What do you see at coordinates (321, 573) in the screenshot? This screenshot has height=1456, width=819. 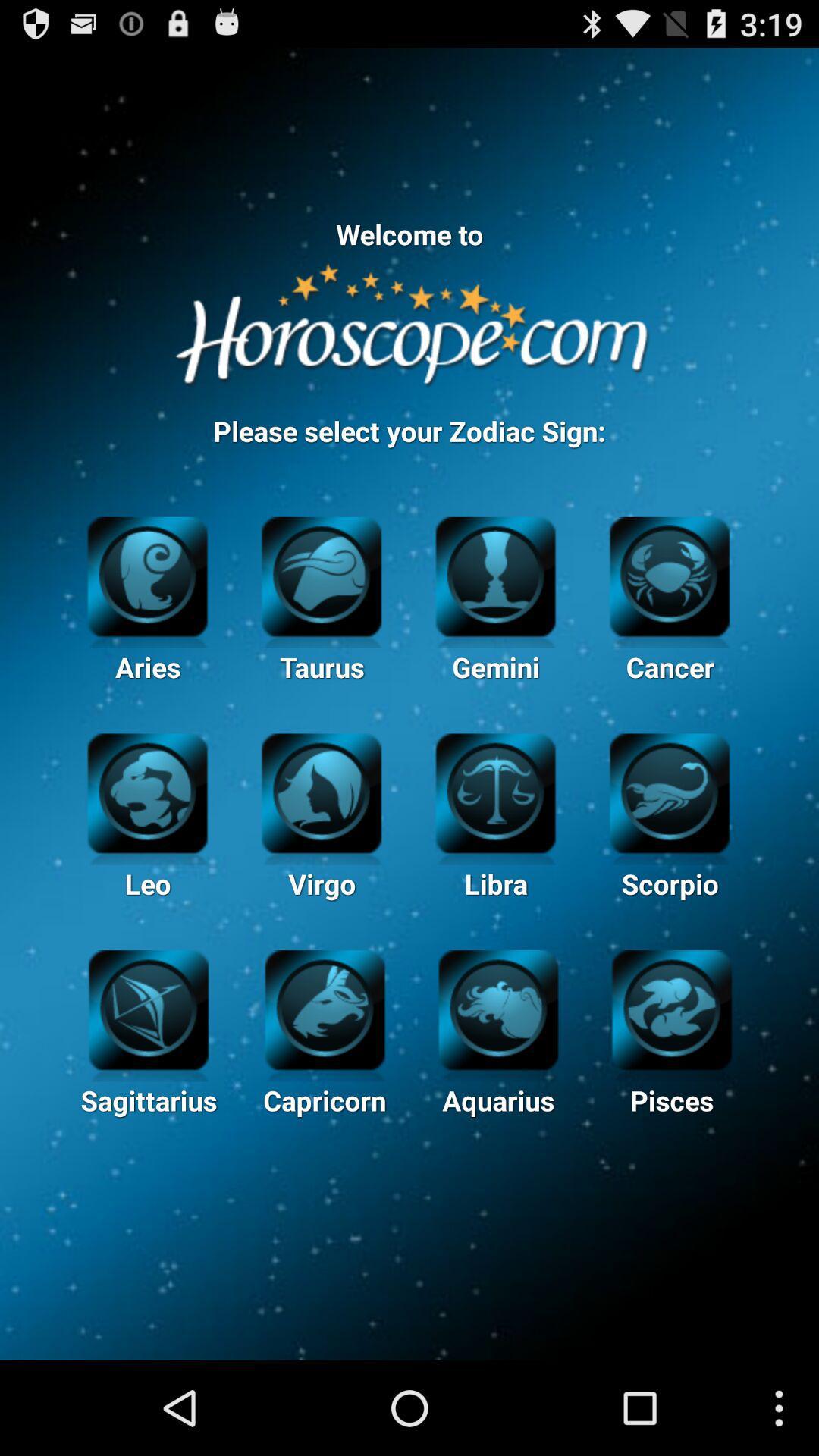 I see `taurus` at bounding box center [321, 573].